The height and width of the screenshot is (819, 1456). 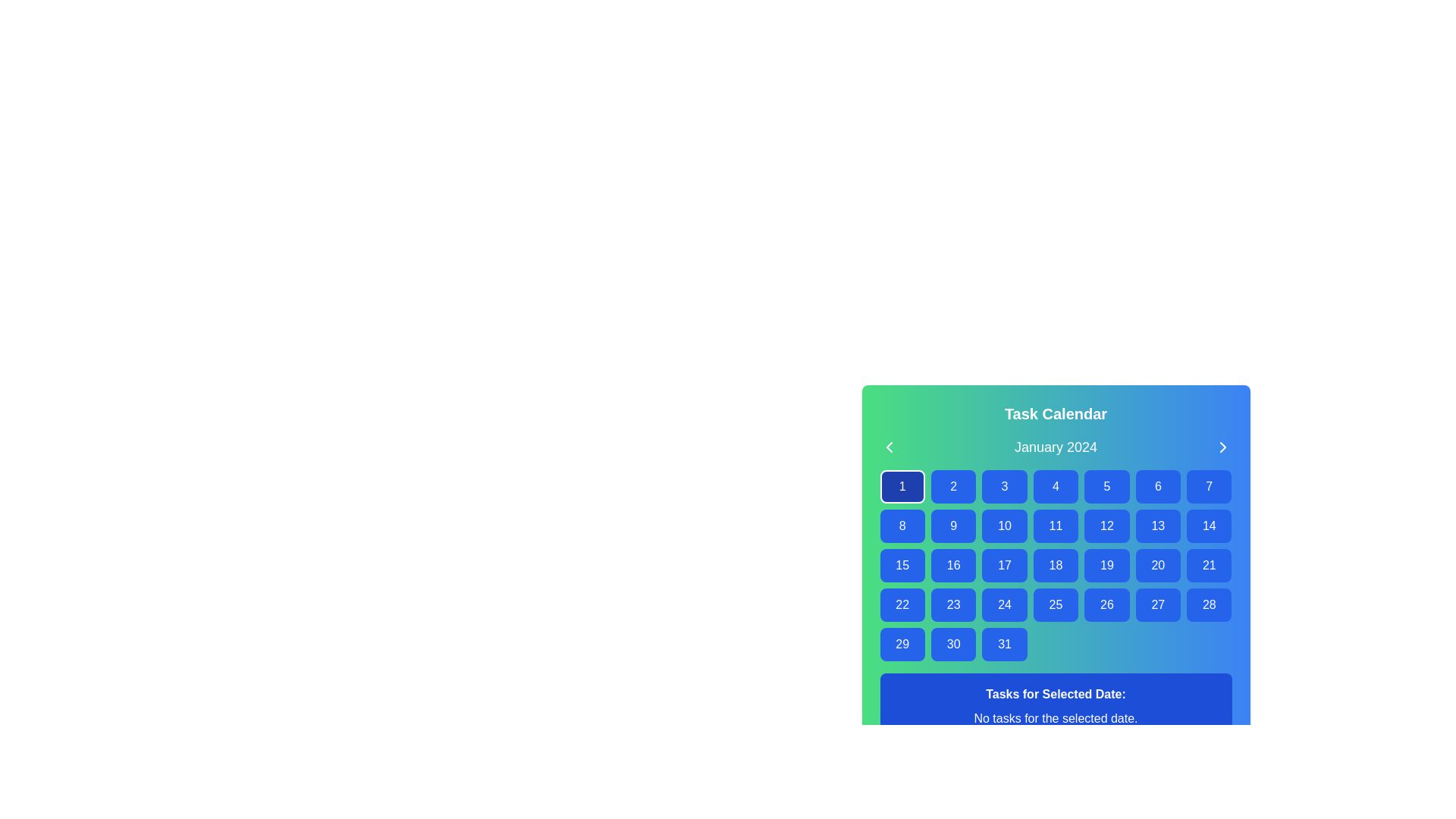 What do you see at coordinates (902, 604) in the screenshot?
I see `the calendar day item displaying the number '22' in the lower-left section of the 'Task Calendar'` at bounding box center [902, 604].